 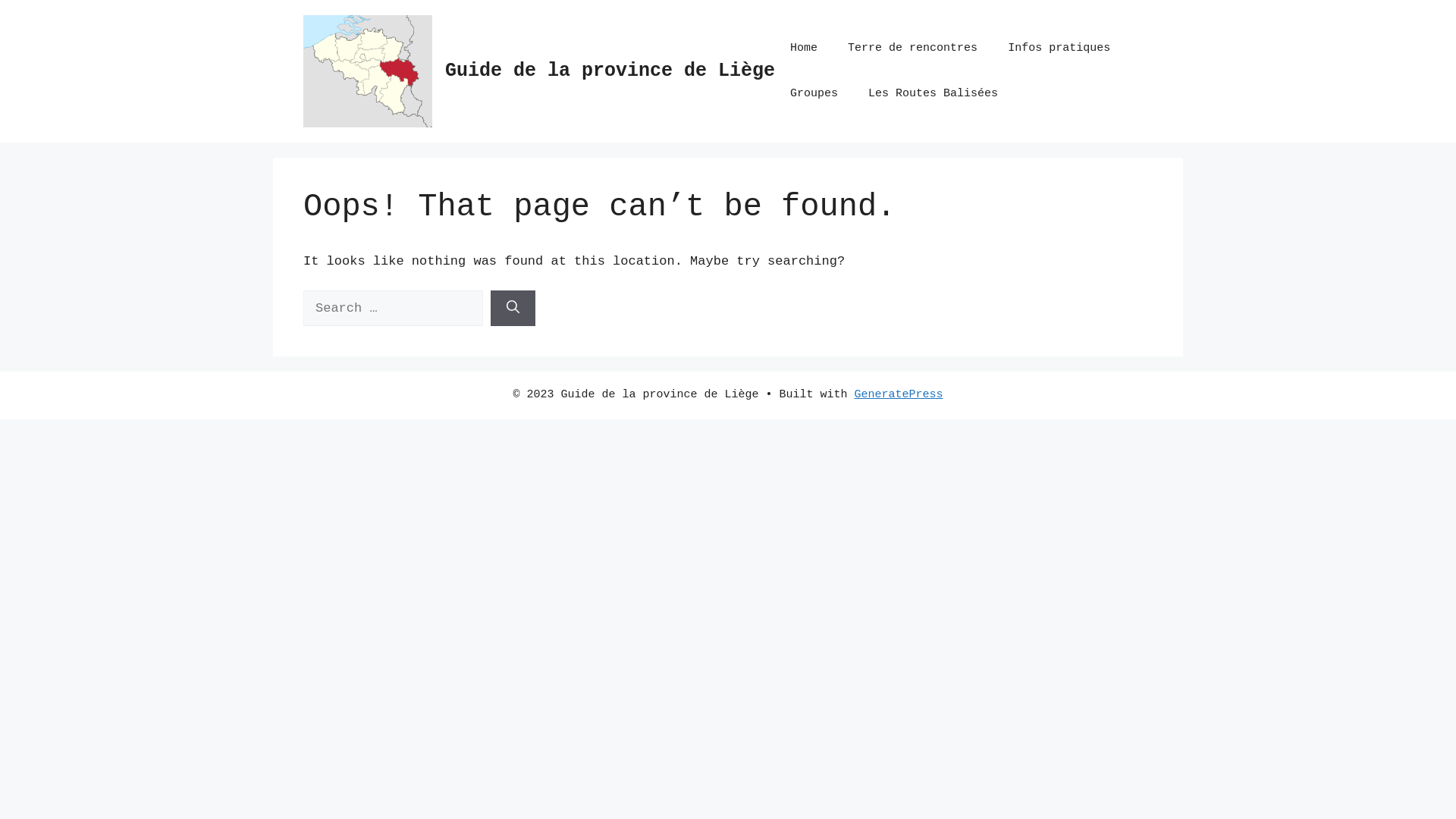 I want to click on 'Home', so click(x=803, y=48).